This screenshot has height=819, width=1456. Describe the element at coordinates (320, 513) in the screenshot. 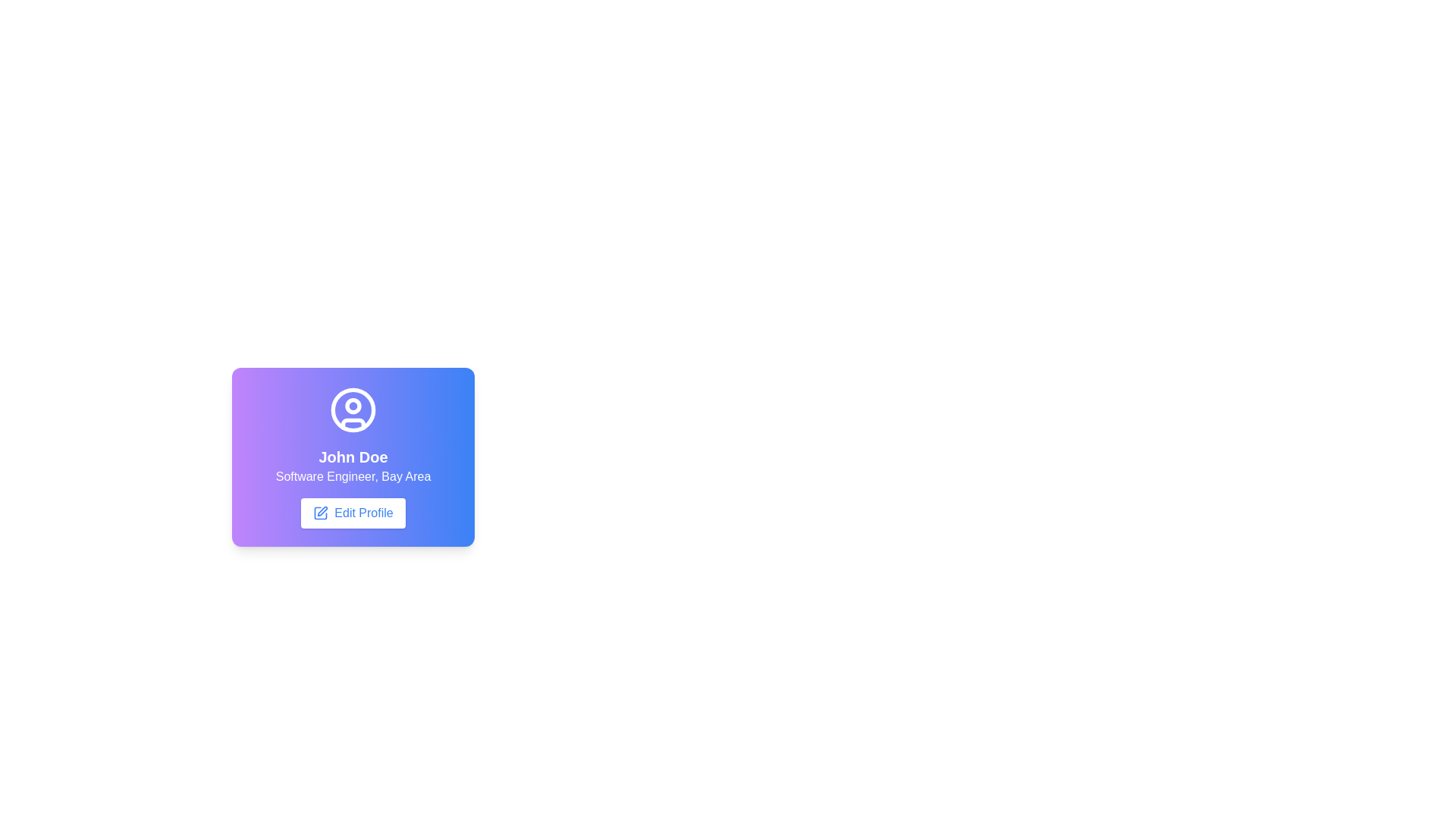

I see `the small square icon resembling a pencil located to the left of the text 'Edit Profile' in the lower section of the card element` at that location.